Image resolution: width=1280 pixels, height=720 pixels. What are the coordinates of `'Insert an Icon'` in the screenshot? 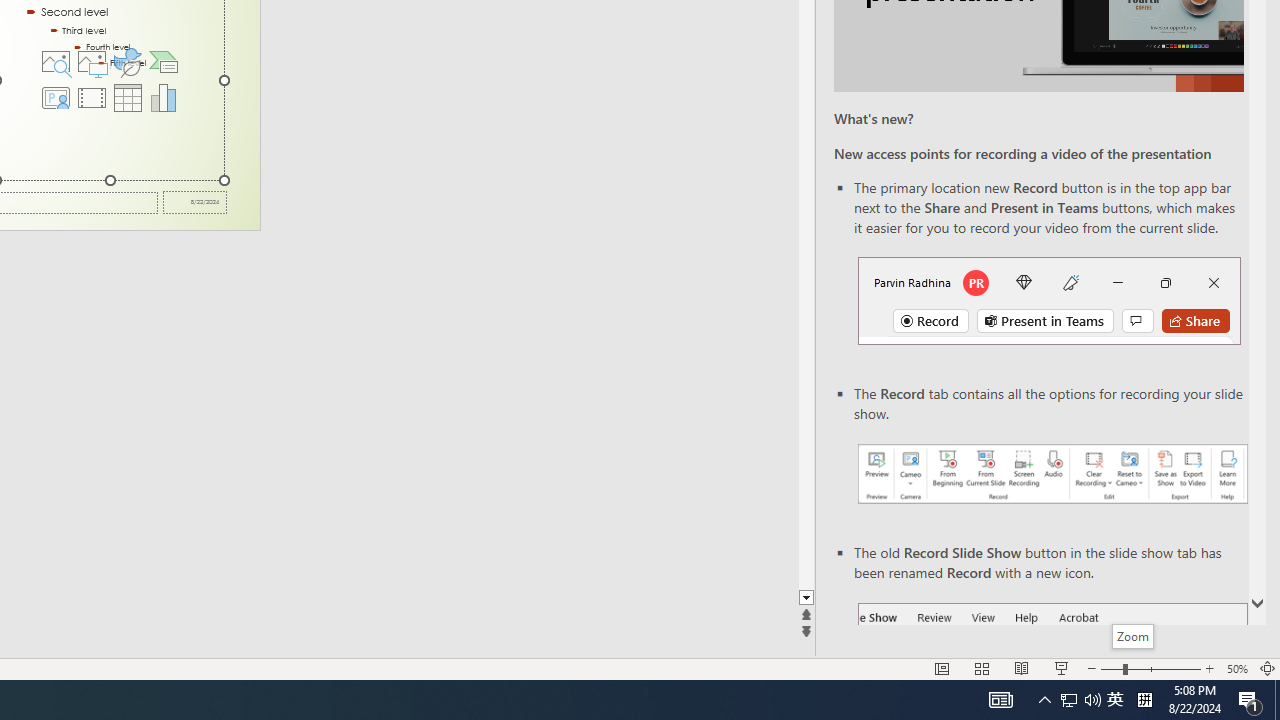 It's located at (127, 60).